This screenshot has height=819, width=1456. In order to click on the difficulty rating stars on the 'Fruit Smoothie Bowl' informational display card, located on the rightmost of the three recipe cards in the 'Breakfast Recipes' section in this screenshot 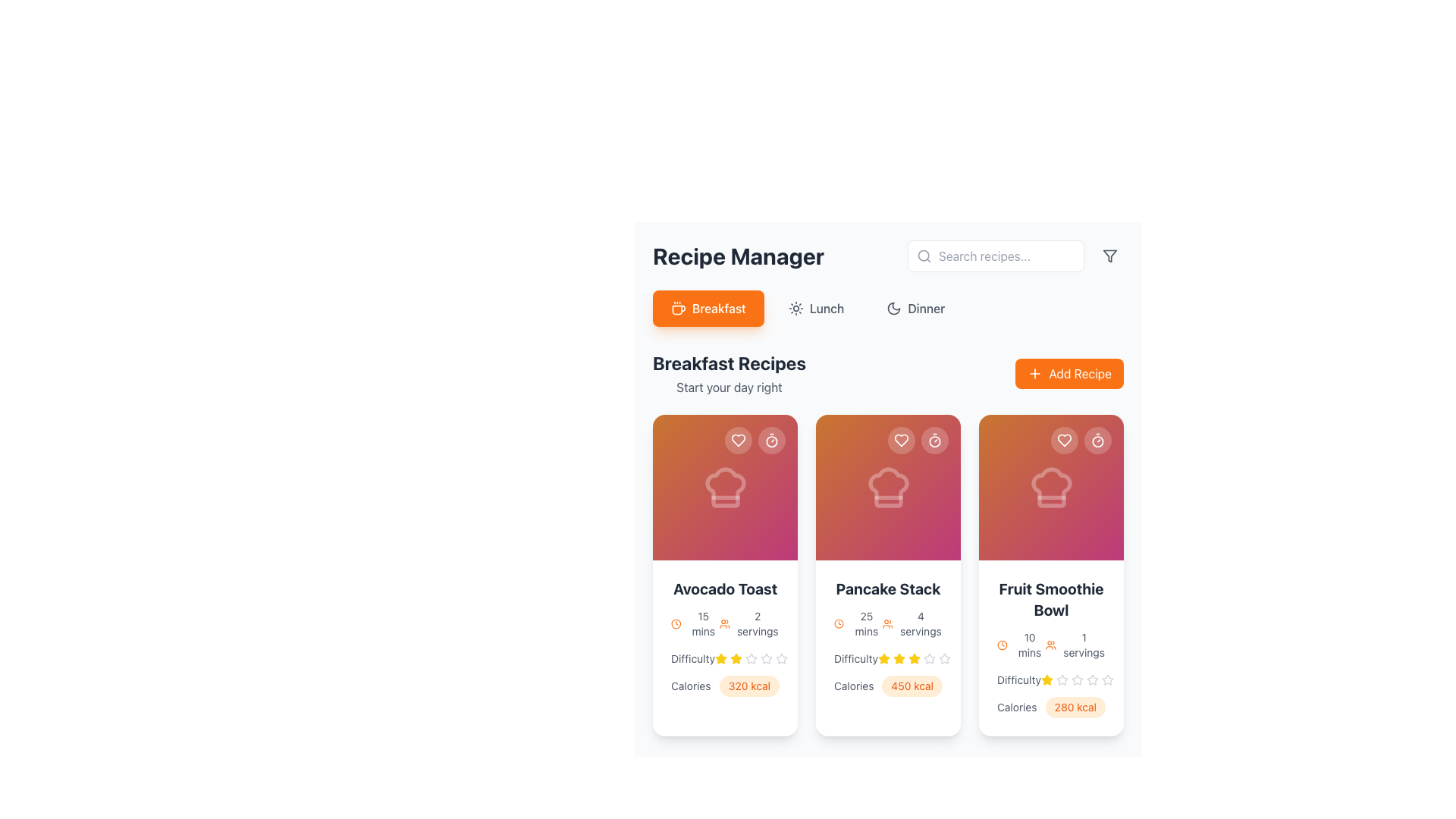, I will do `click(1050, 648)`.